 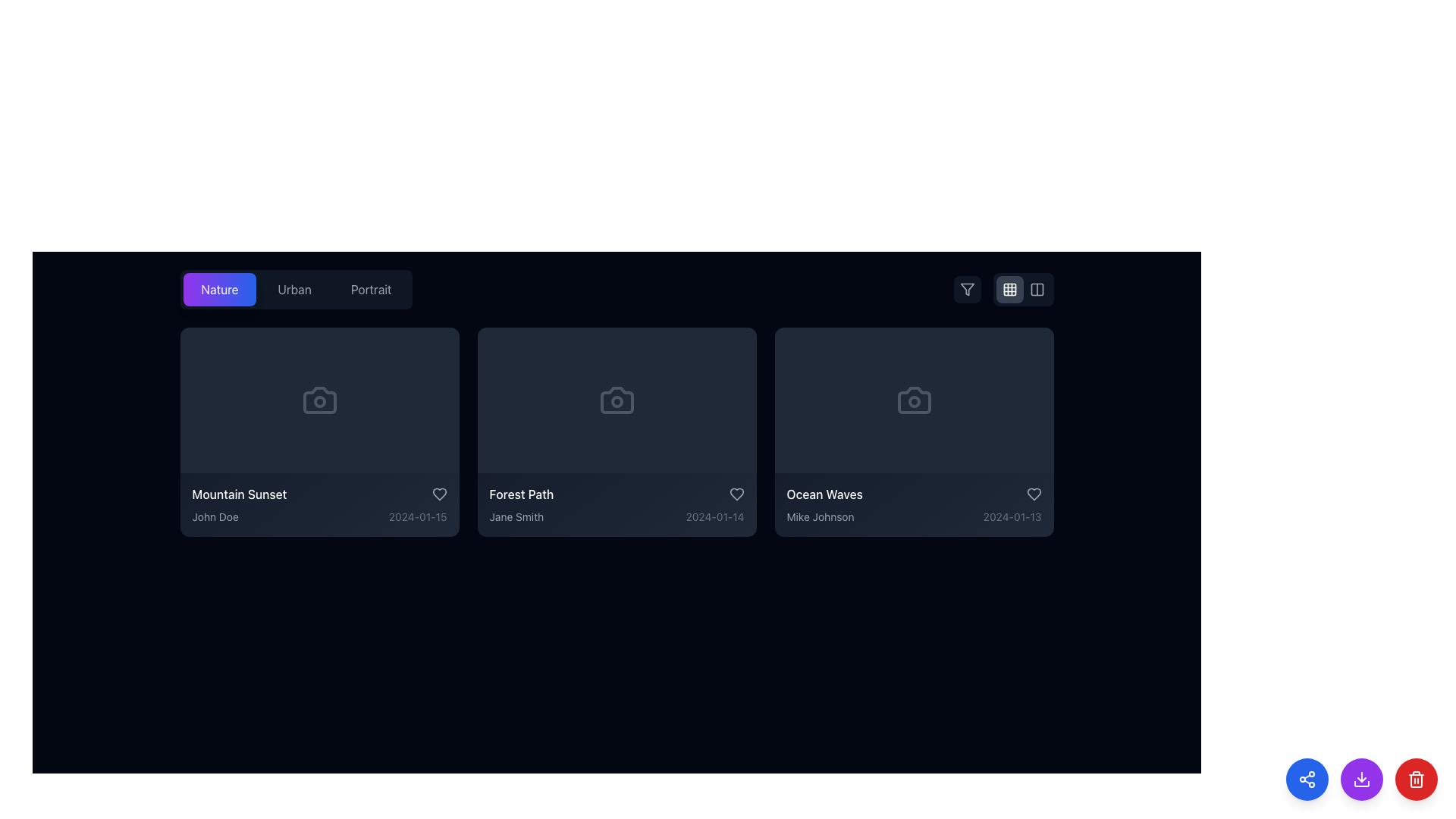 What do you see at coordinates (1012, 516) in the screenshot?
I see `the date text label ('2024-01-13') displayed in gray font located in the bottom right corner of the 'Ocean Waves' card, underneath 'Mike Johnson'` at bounding box center [1012, 516].